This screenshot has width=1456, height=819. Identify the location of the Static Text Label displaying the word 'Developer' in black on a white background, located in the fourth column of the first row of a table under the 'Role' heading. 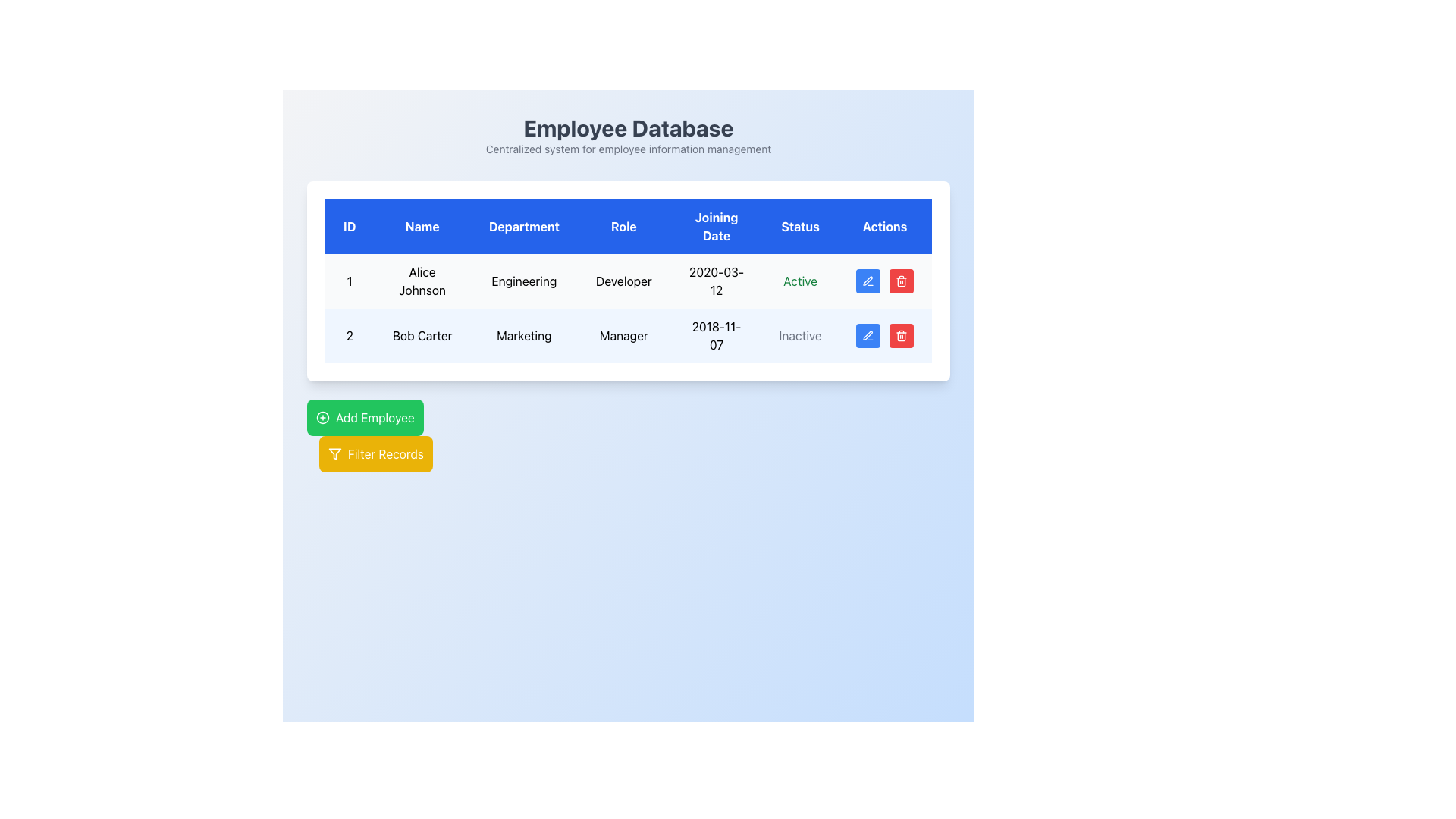
(623, 281).